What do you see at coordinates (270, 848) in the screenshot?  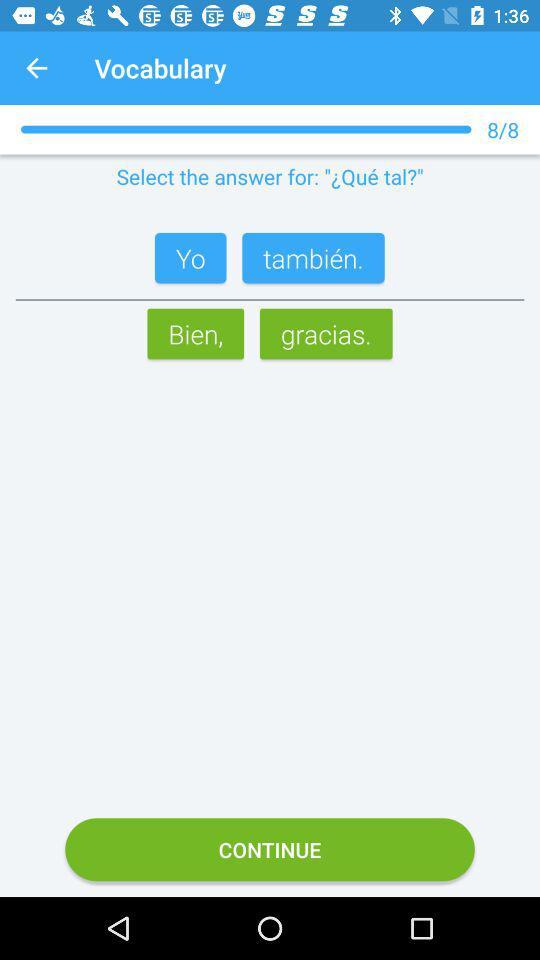 I see `the icon below the bien, icon` at bounding box center [270, 848].